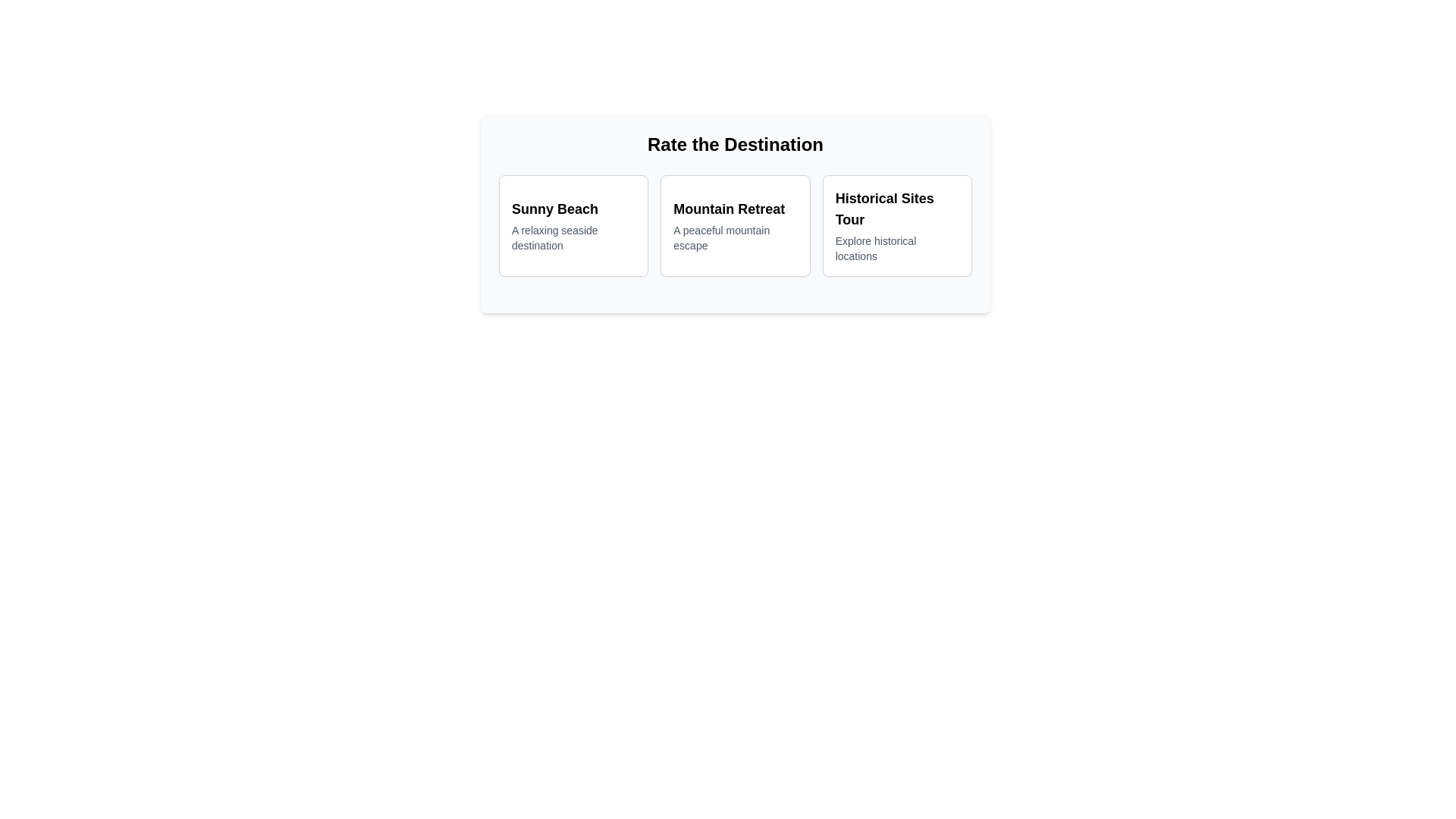  What do you see at coordinates (735, 237) in the screenshot?
I see `the text block displaying 'A peaceful mountain escape', which is located beneath the title 'Mountain Retreat' in the middle card of a three-column layout` at bounding box center [735, 237].